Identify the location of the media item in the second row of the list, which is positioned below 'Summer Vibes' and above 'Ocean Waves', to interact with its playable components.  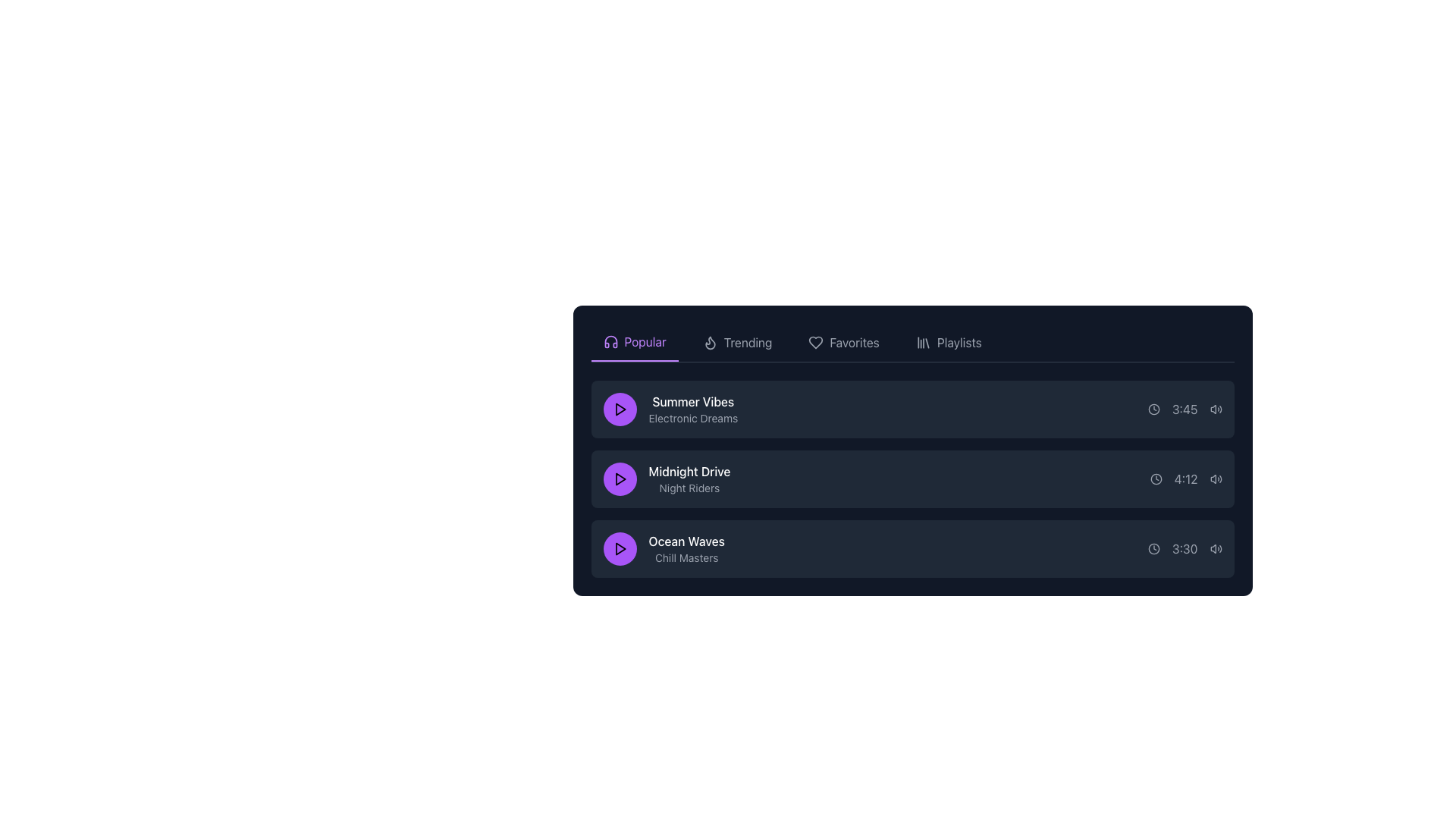
(667, 479).